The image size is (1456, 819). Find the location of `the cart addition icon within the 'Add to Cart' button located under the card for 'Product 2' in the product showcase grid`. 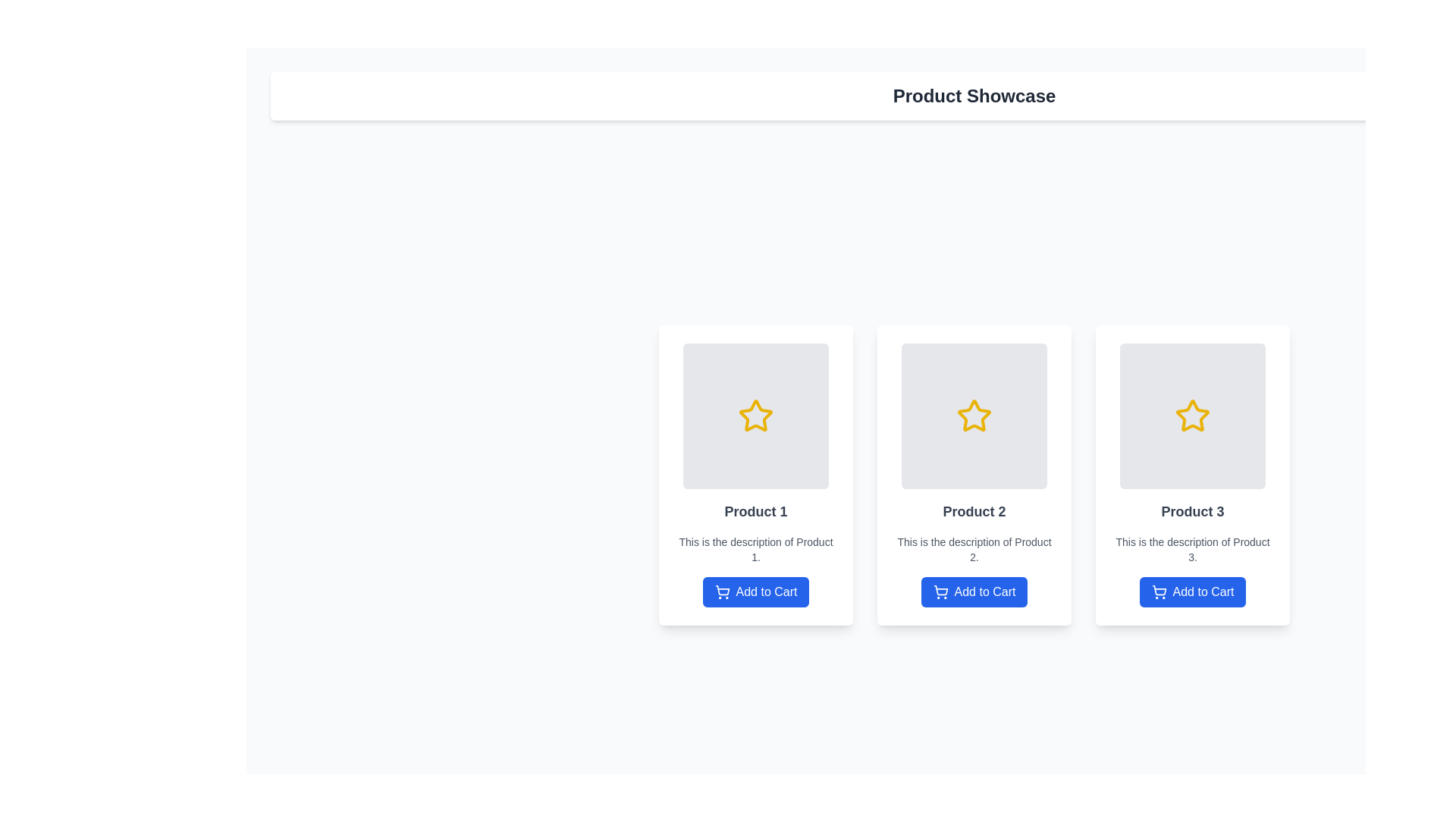

the cart addition icon within the 'Add to Cart' button located under the card for 'Product 2' in the product showcase grid is located at coordinates (940, 591).